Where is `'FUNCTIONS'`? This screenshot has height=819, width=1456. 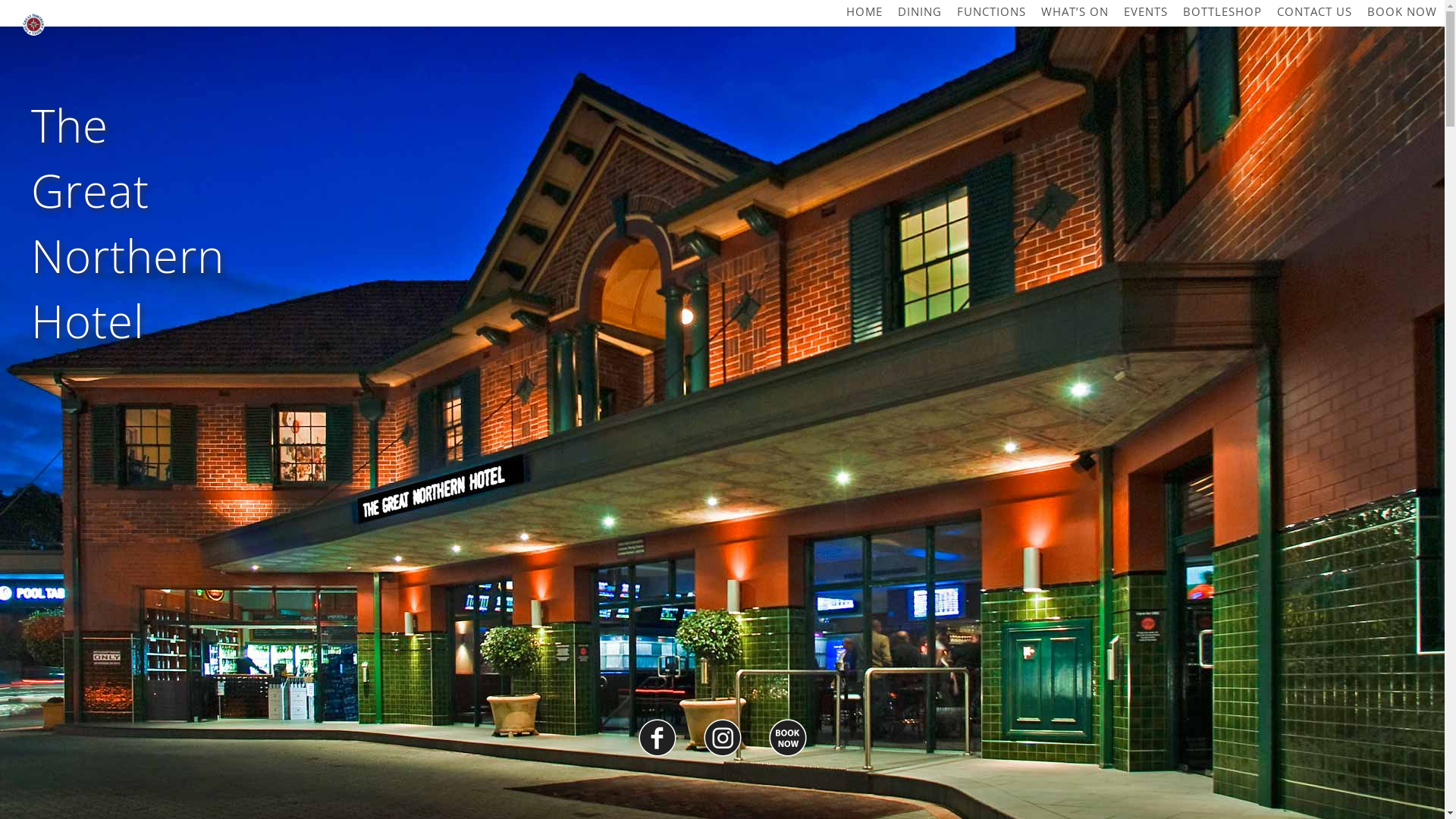 'FUNCTIONS' is located at coordinates (991, 11).